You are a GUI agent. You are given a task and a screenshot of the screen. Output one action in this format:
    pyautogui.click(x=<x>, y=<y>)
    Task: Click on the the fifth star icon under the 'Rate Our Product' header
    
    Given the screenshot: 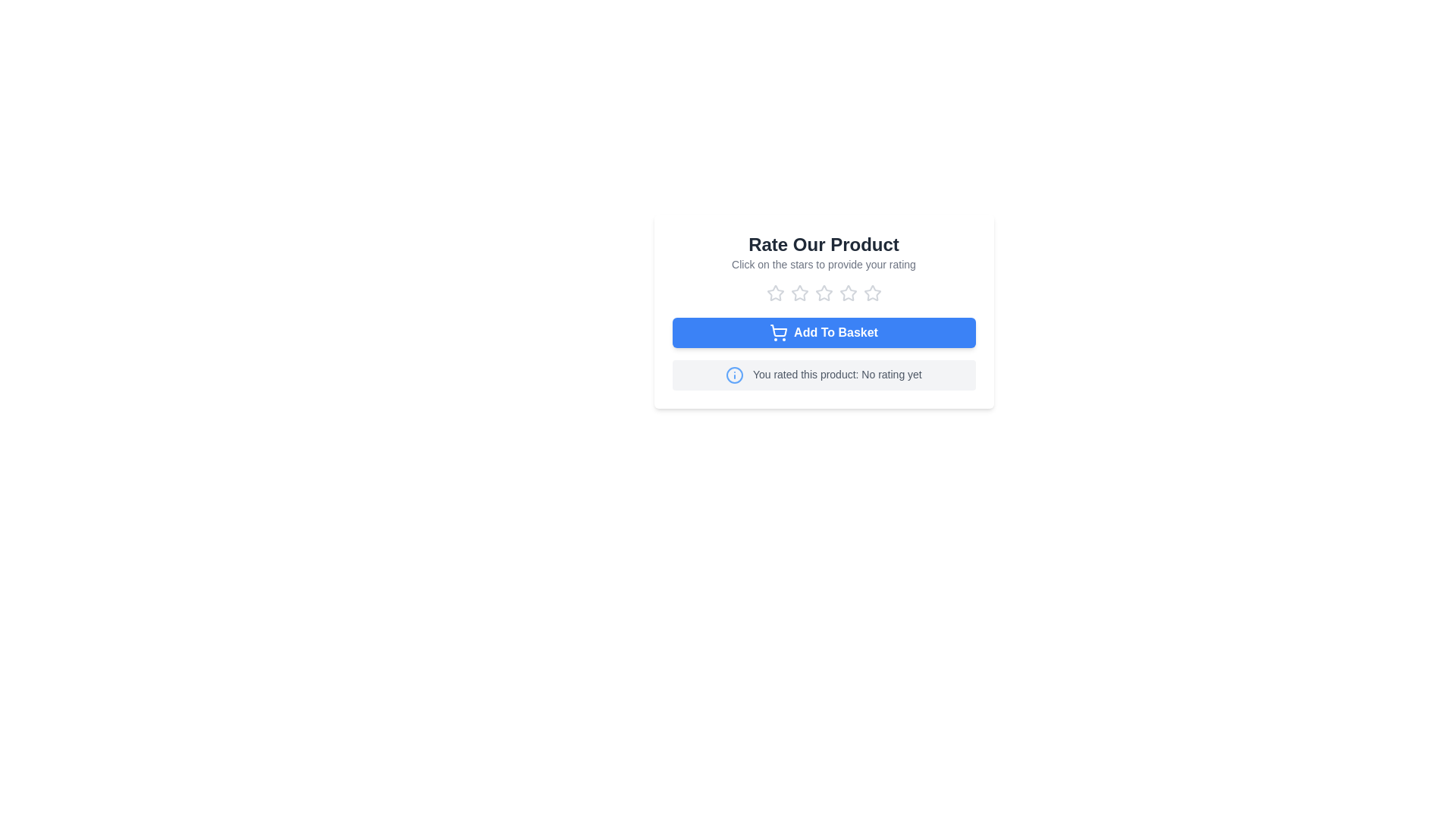 What is the action you would take?
    pyautogui.click(x=872, y=292)
    